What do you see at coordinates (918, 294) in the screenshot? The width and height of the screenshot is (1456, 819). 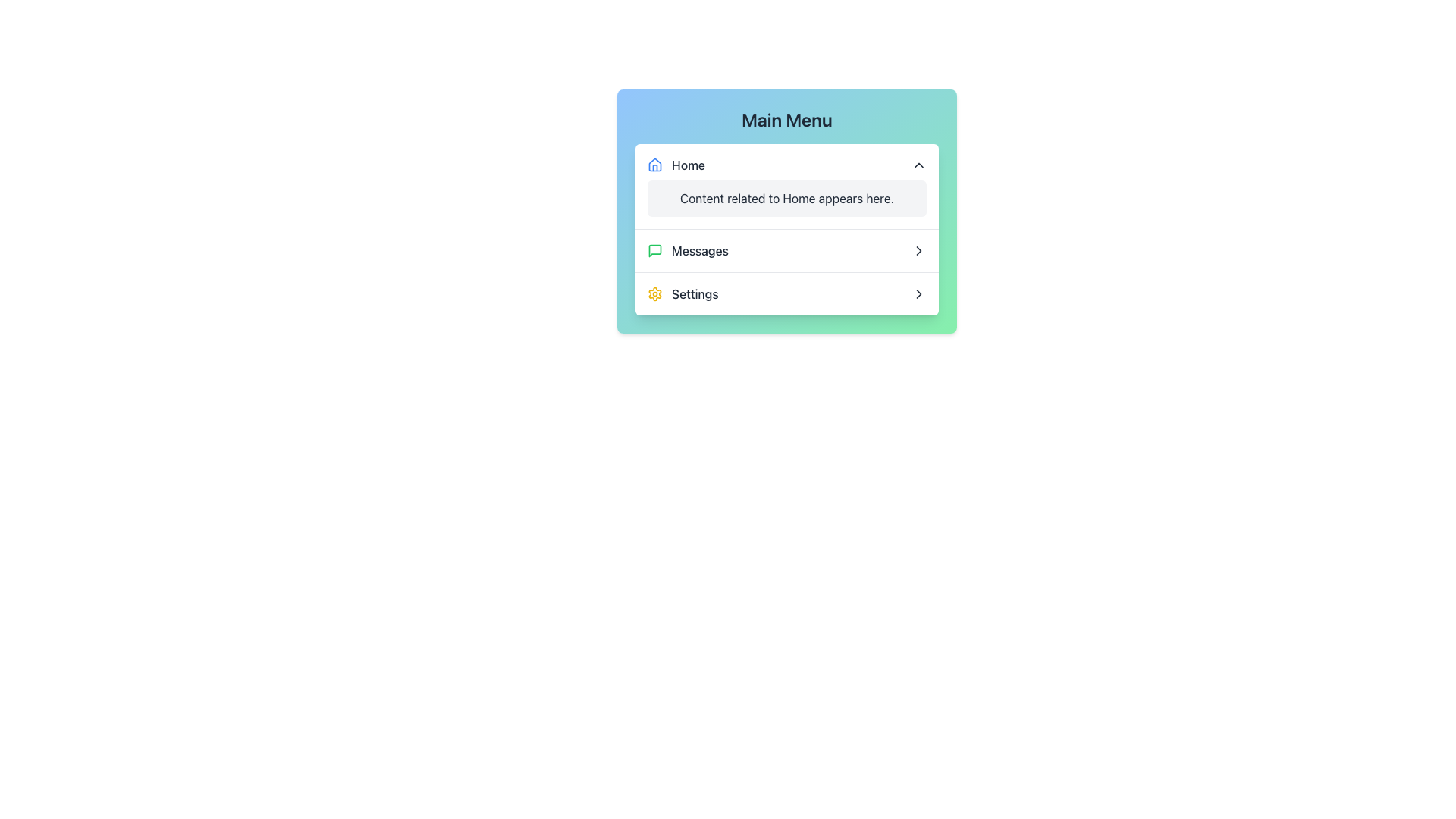 I see `the chevron icon located at the far-right end of the 'Settings' row in the menu` at bounding box center [918, 294].